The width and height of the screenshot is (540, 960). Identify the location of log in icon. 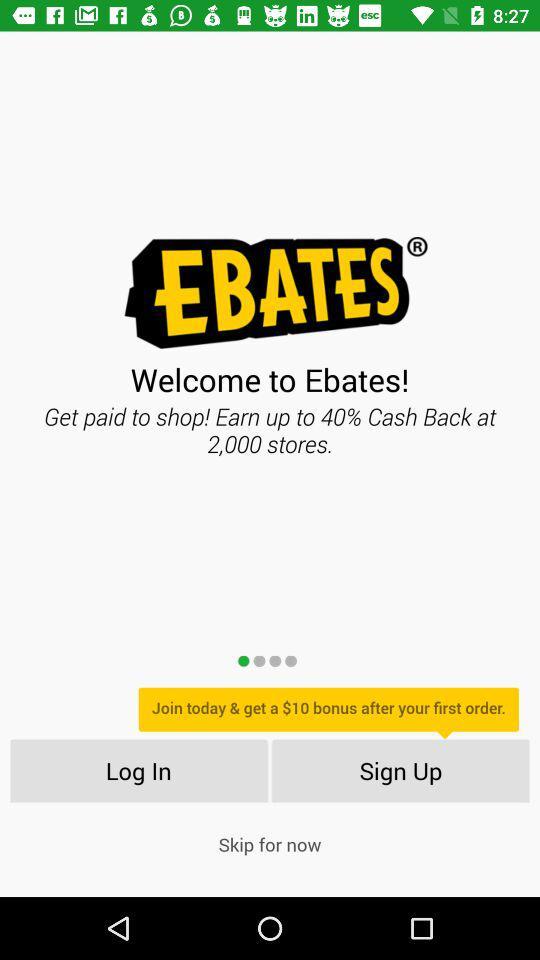
(137, 769).